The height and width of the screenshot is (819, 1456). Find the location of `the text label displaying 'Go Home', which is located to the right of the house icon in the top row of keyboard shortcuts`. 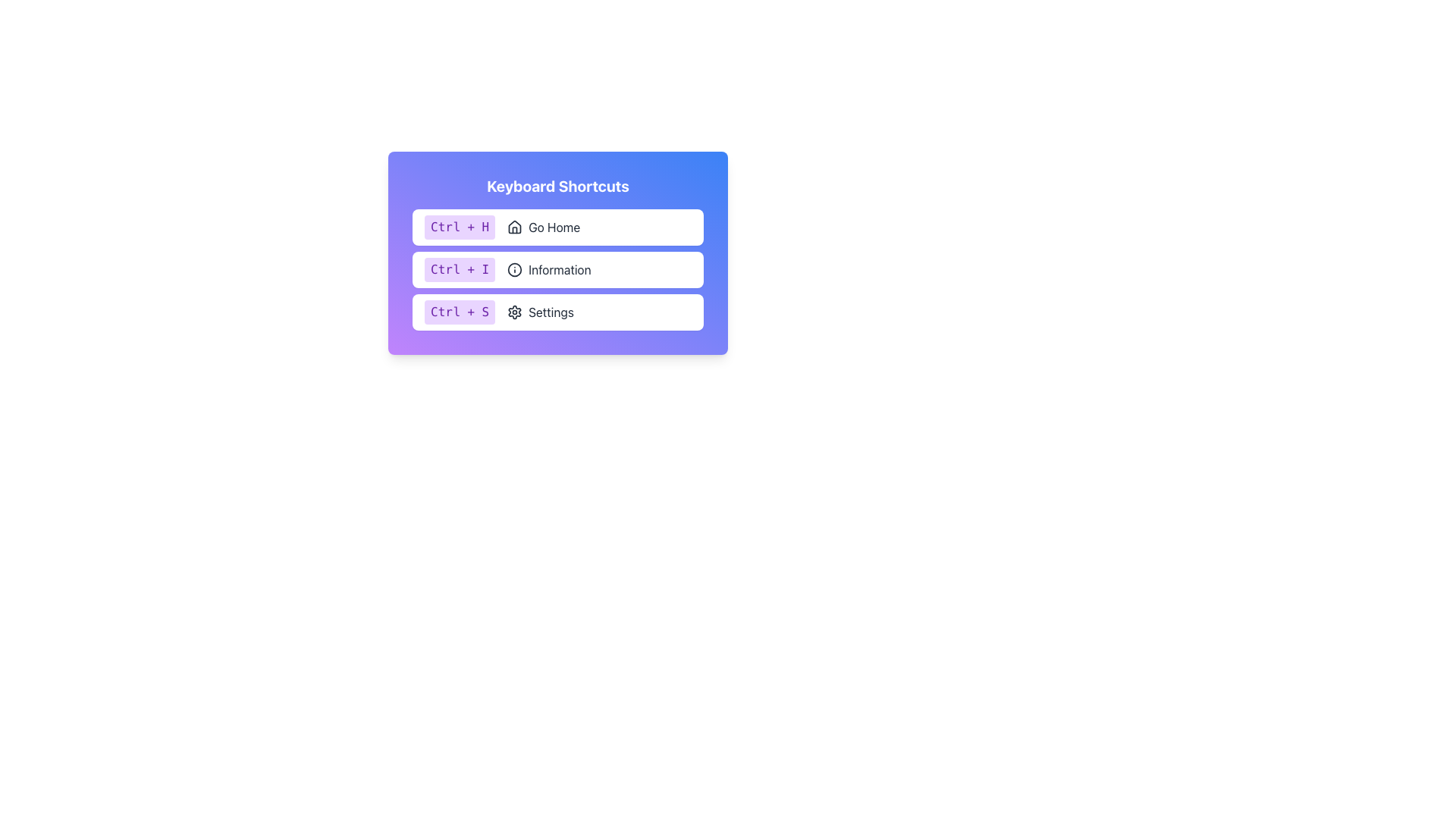

the text label displaying 'Go Home', which is located to the right of the house icon in the top row of keyboard shortcuts is located at coordinates (554, 227).